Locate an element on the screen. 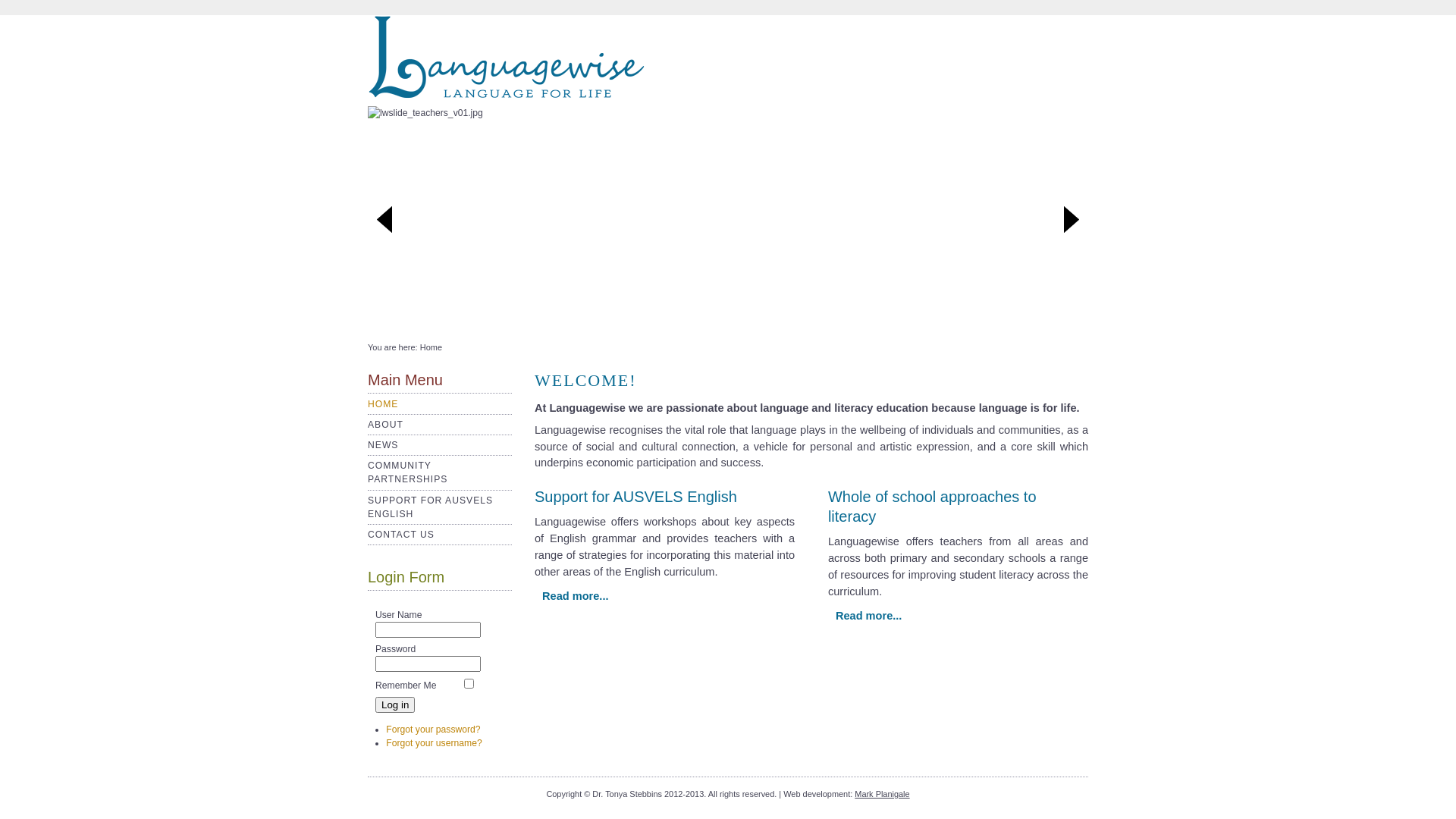 The image size is (1456, 819). 'Read more...' is located at coordinates (869, 616).